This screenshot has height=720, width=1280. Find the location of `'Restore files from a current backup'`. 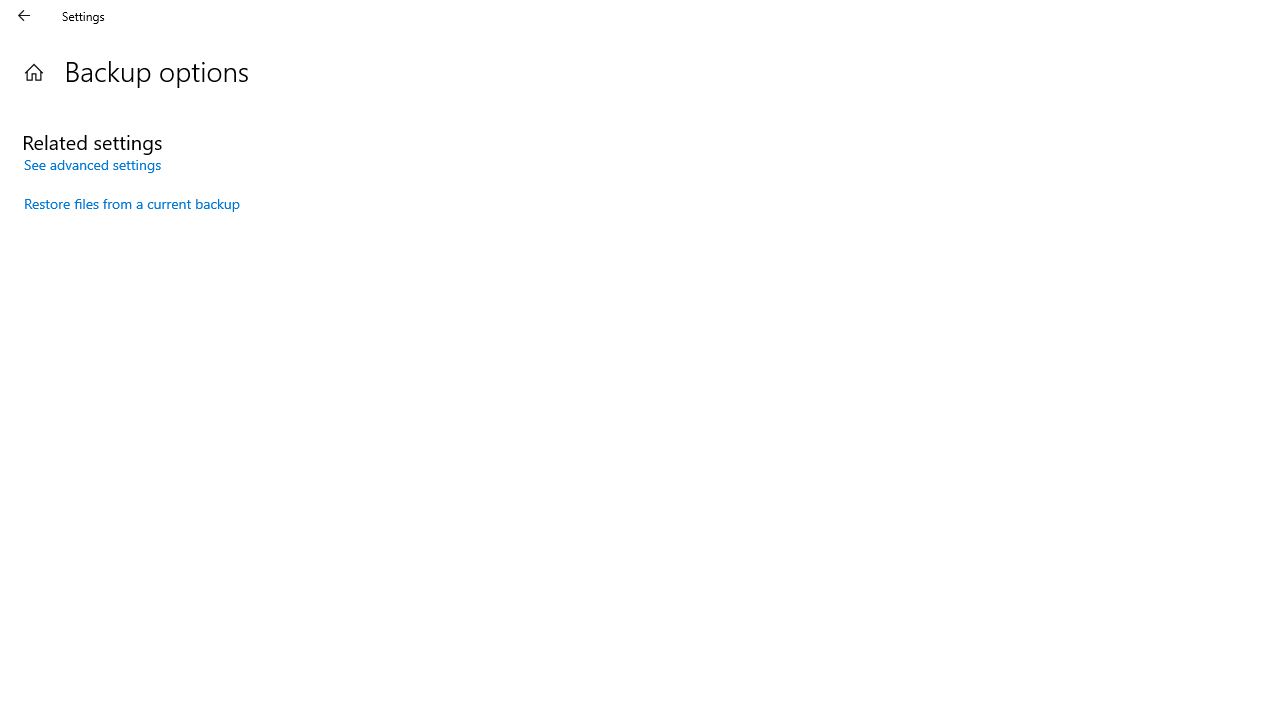

'Restore files from a current backup' is located at coordinates (131, 203).